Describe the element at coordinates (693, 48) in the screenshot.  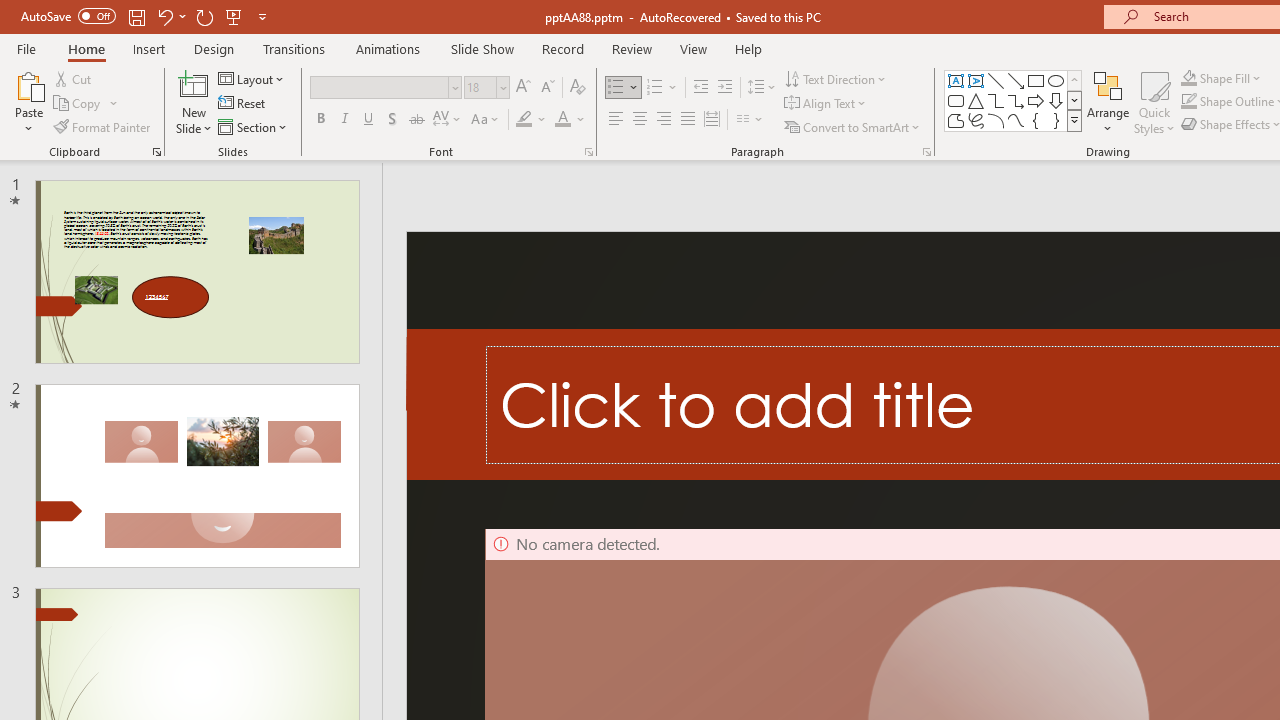
I see `'View'` at that location.